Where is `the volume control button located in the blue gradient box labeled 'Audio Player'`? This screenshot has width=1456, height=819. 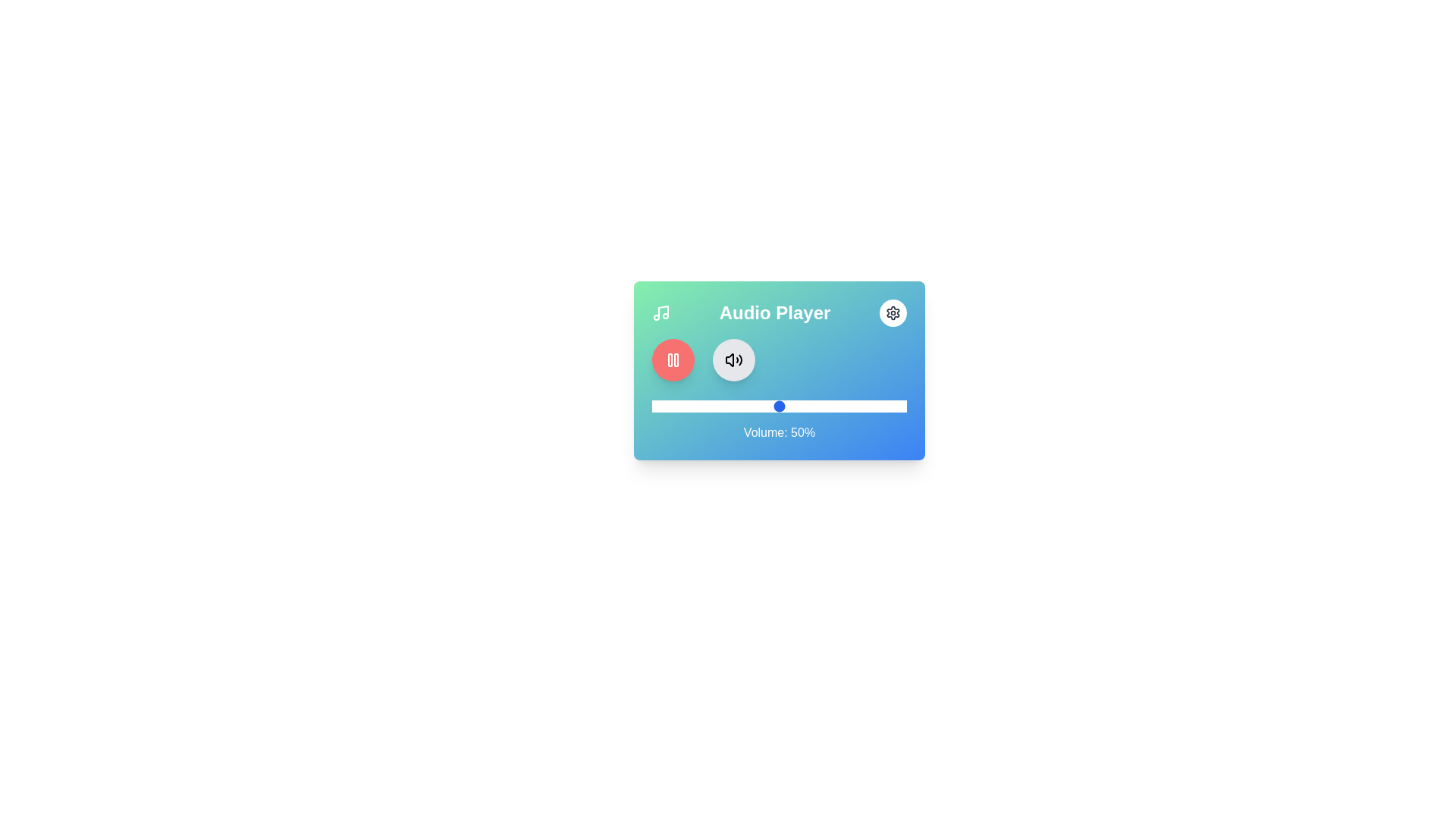
the volume control button located in the blue gradient box labeled 'Audio Player' is located at coordinates (734, 359).